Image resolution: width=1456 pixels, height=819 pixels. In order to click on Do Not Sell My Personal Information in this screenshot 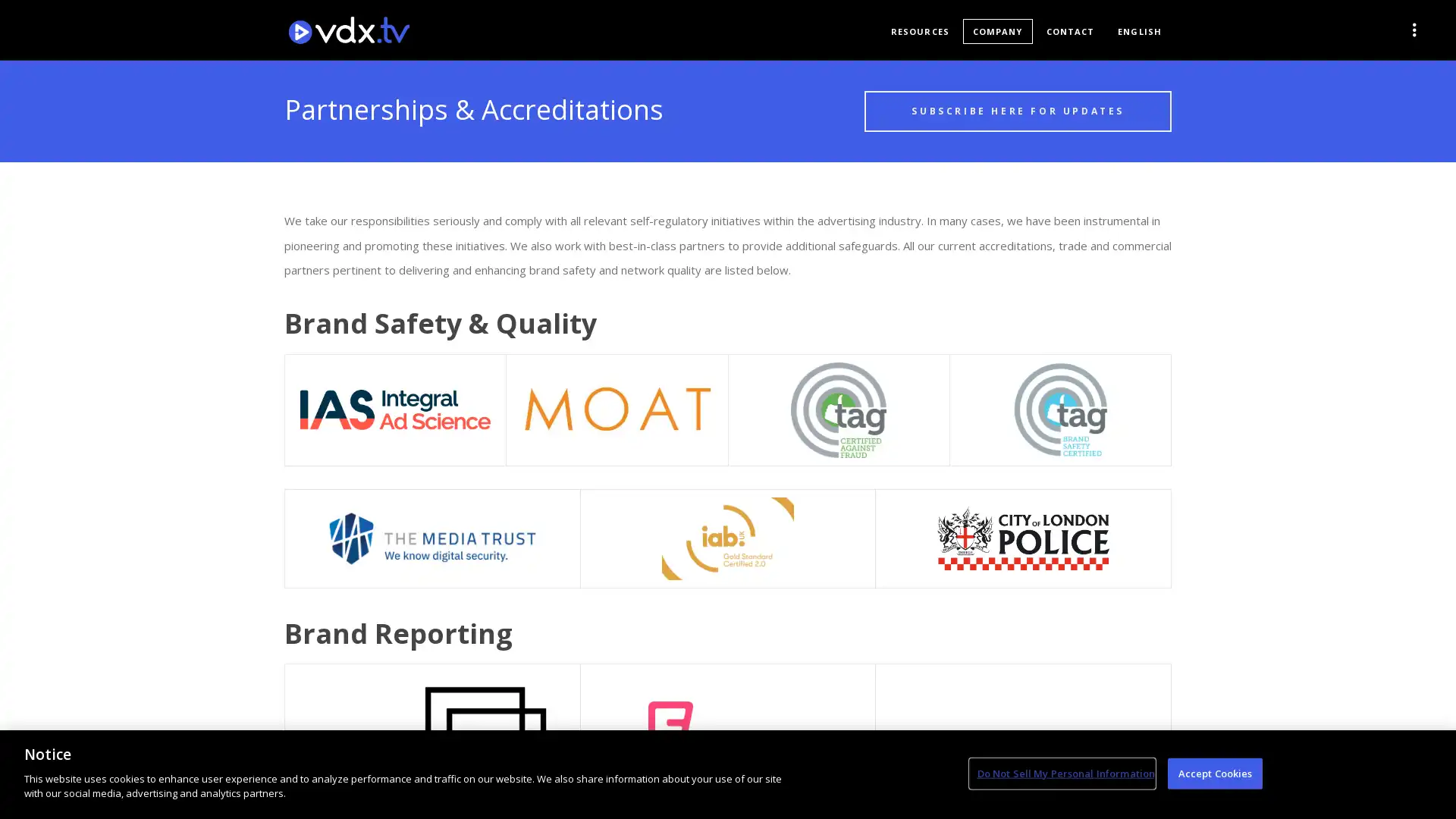, I will do `click(1061, 773)`.